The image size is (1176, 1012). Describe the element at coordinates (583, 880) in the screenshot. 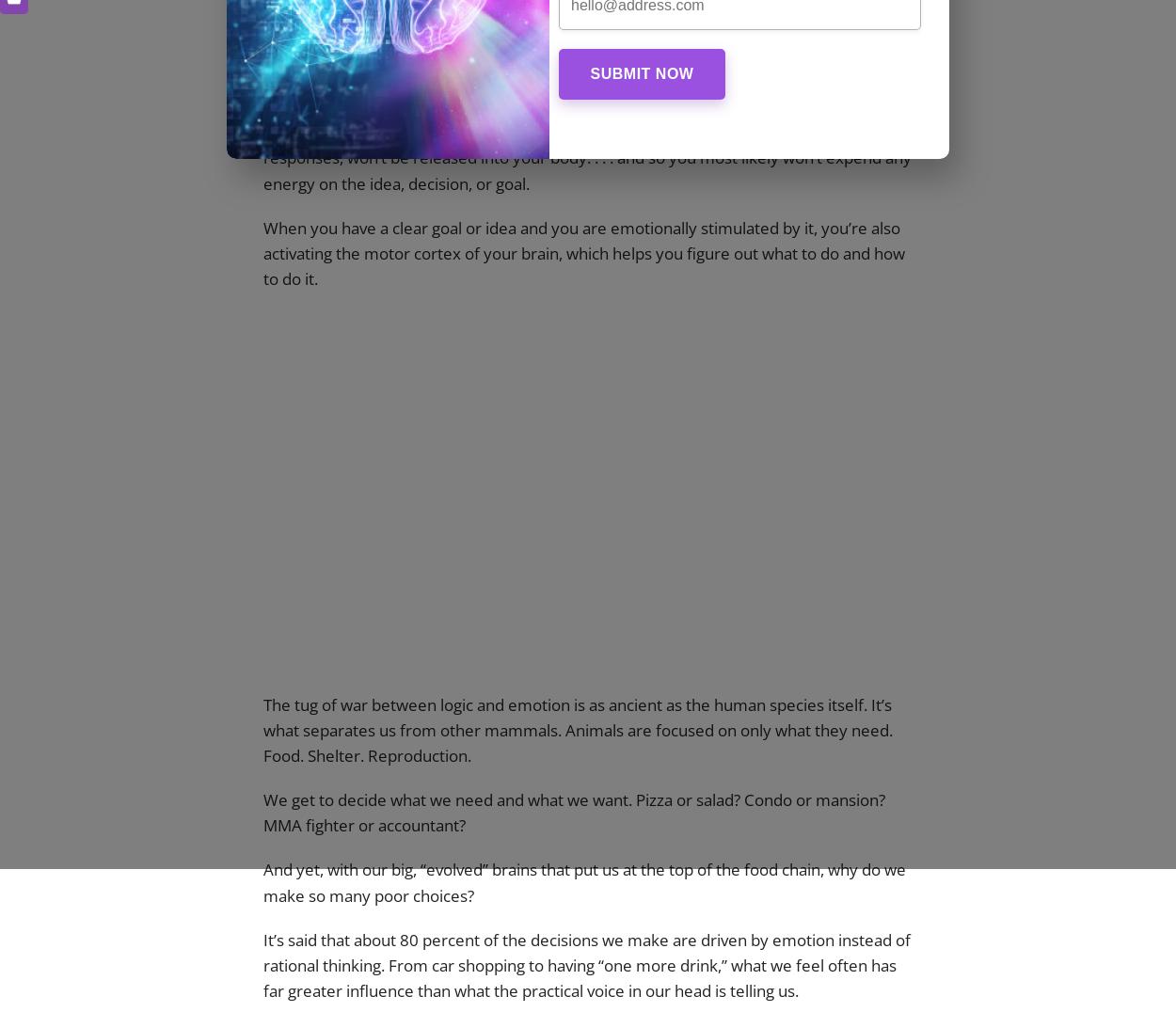

I see `'And yet, with our big, “evolved” brains that put us at the top of the food chain, why do we make so many poor choices?'` at that location.